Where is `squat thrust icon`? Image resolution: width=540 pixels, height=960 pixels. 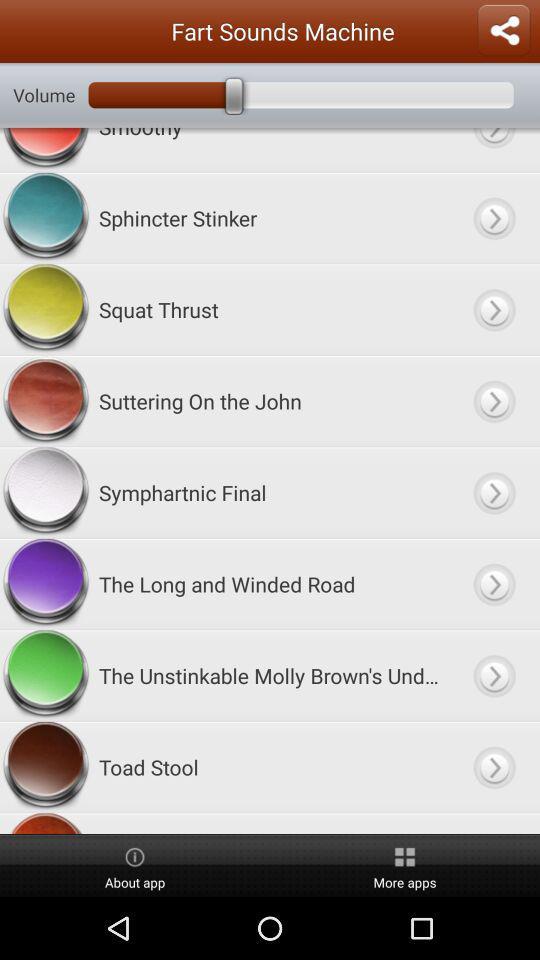 squat thrust icon is located at coordinates (269, 309).